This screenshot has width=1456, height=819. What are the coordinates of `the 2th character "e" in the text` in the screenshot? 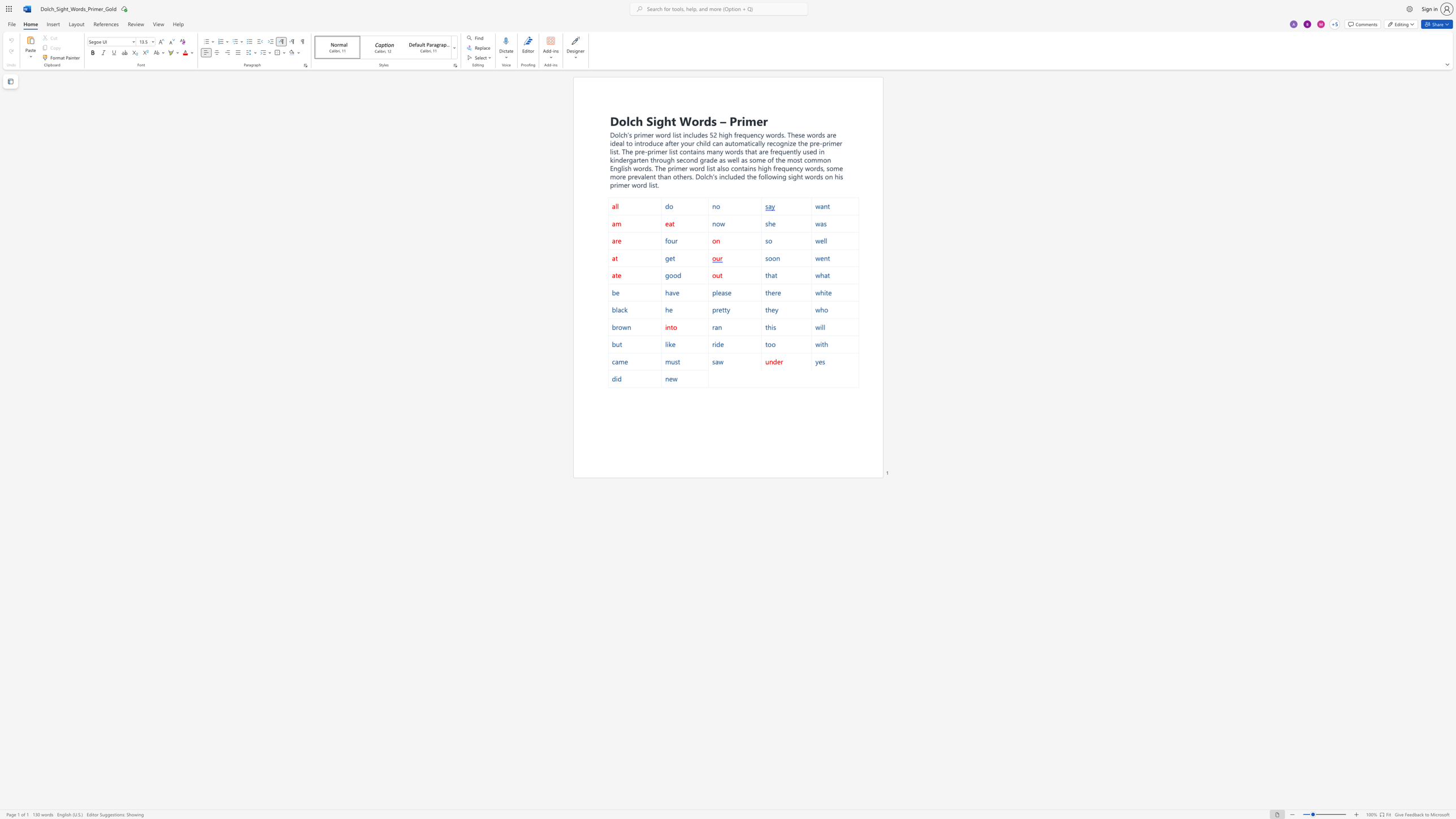 It's located at (787, 151).